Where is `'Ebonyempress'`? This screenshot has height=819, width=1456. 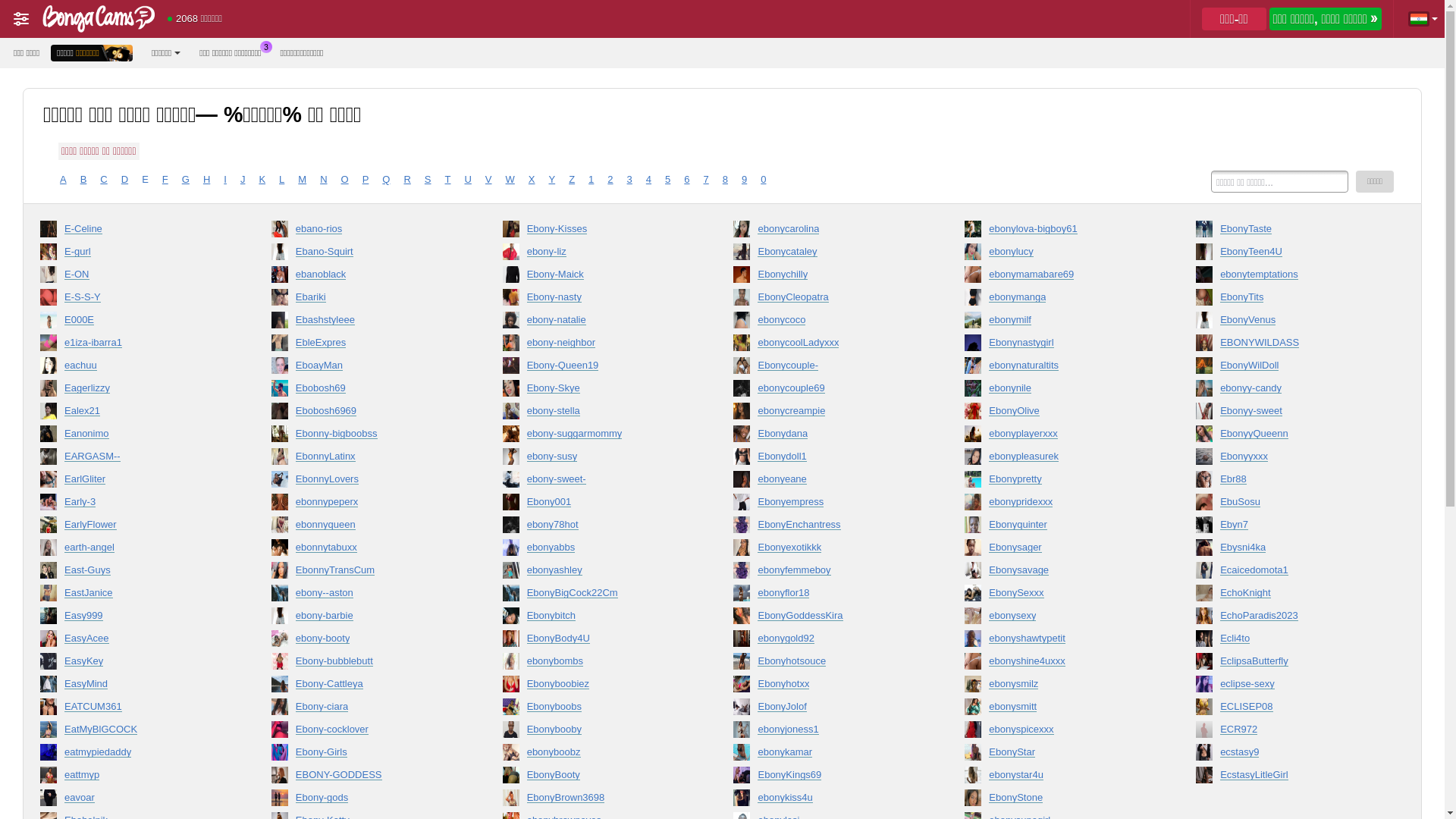
'Ebonyempress' is located at coordinates (826, 505).